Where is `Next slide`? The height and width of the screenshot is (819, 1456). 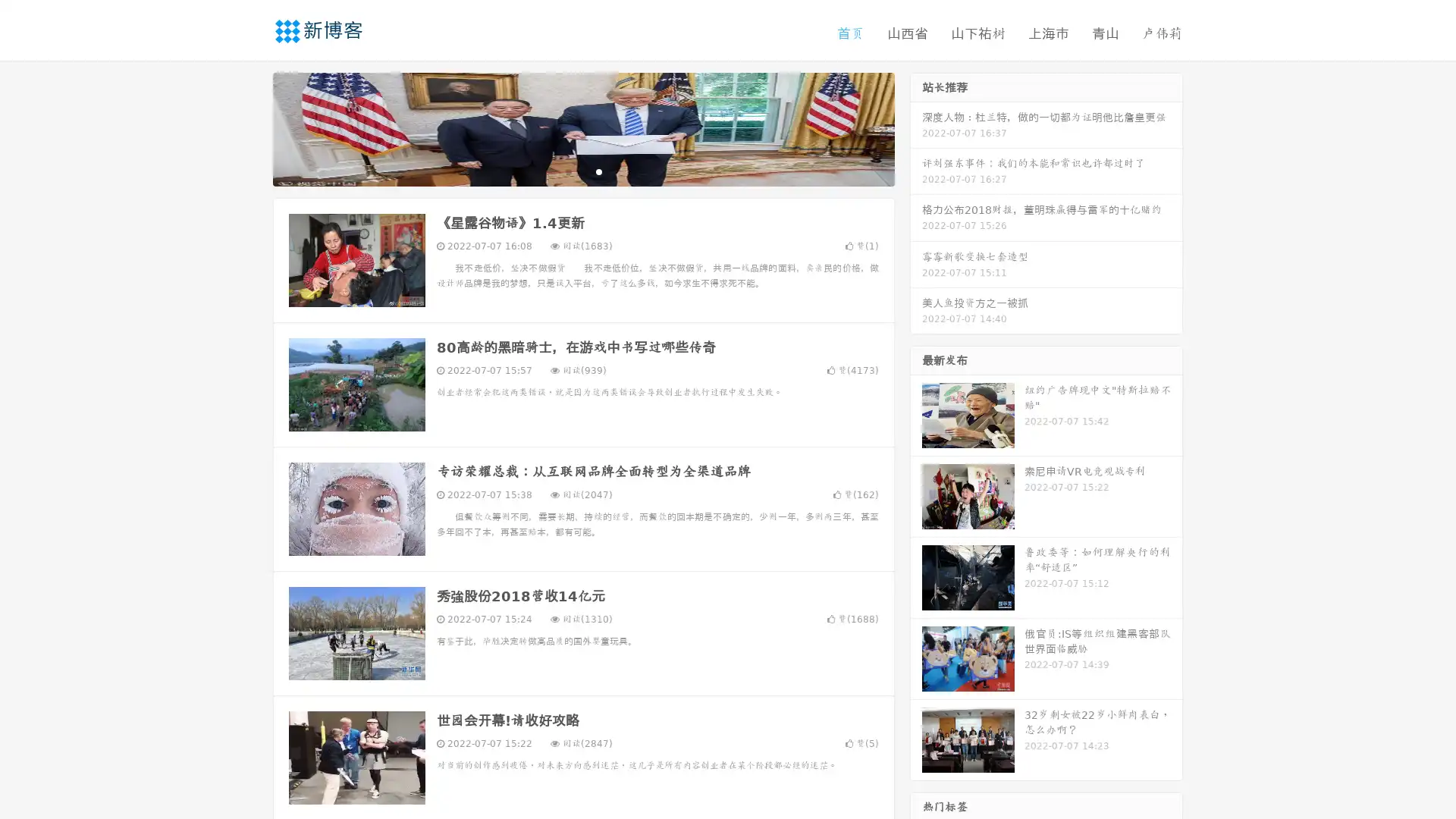
Next slide is located at coordinates (916, 127).